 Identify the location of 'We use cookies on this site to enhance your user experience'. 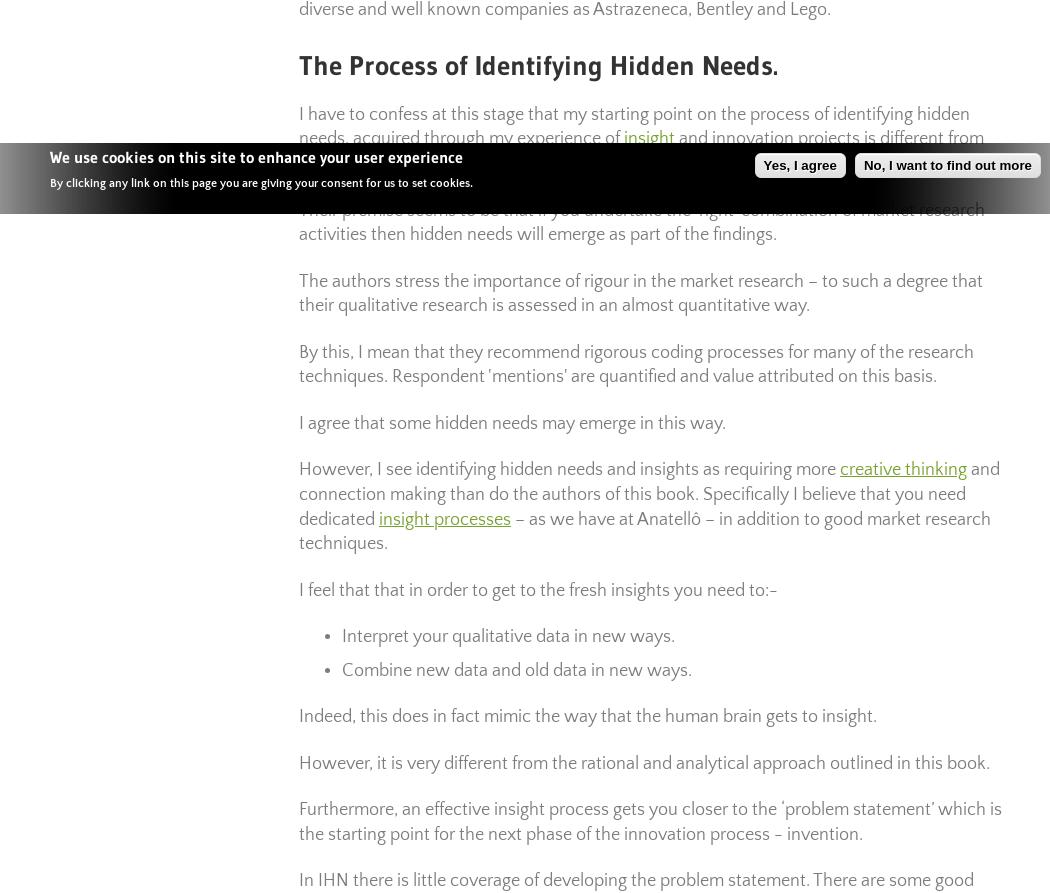
(256, 155).